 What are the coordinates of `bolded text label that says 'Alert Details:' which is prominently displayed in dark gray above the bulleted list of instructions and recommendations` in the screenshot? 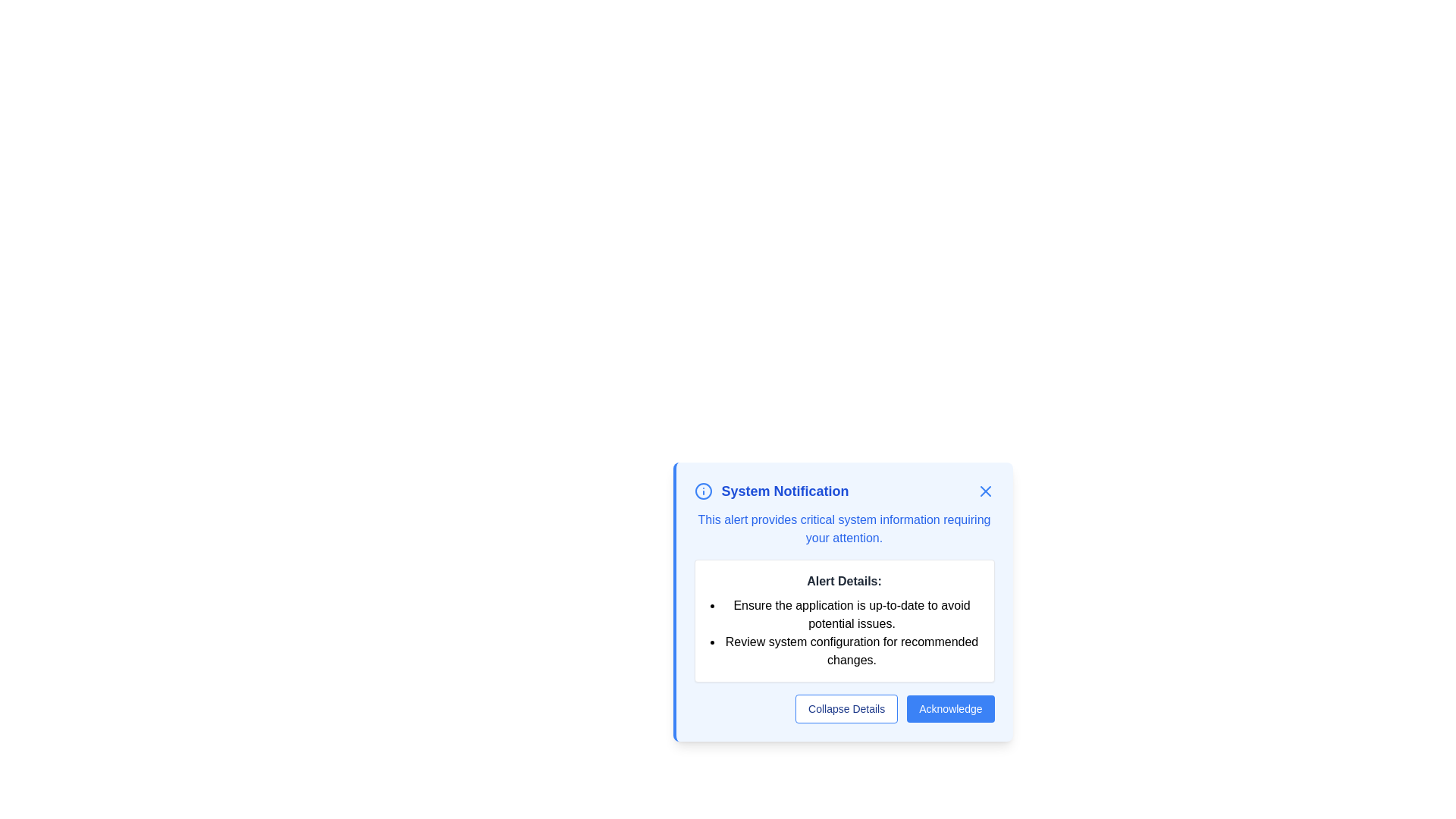 It's located at (843, 581).